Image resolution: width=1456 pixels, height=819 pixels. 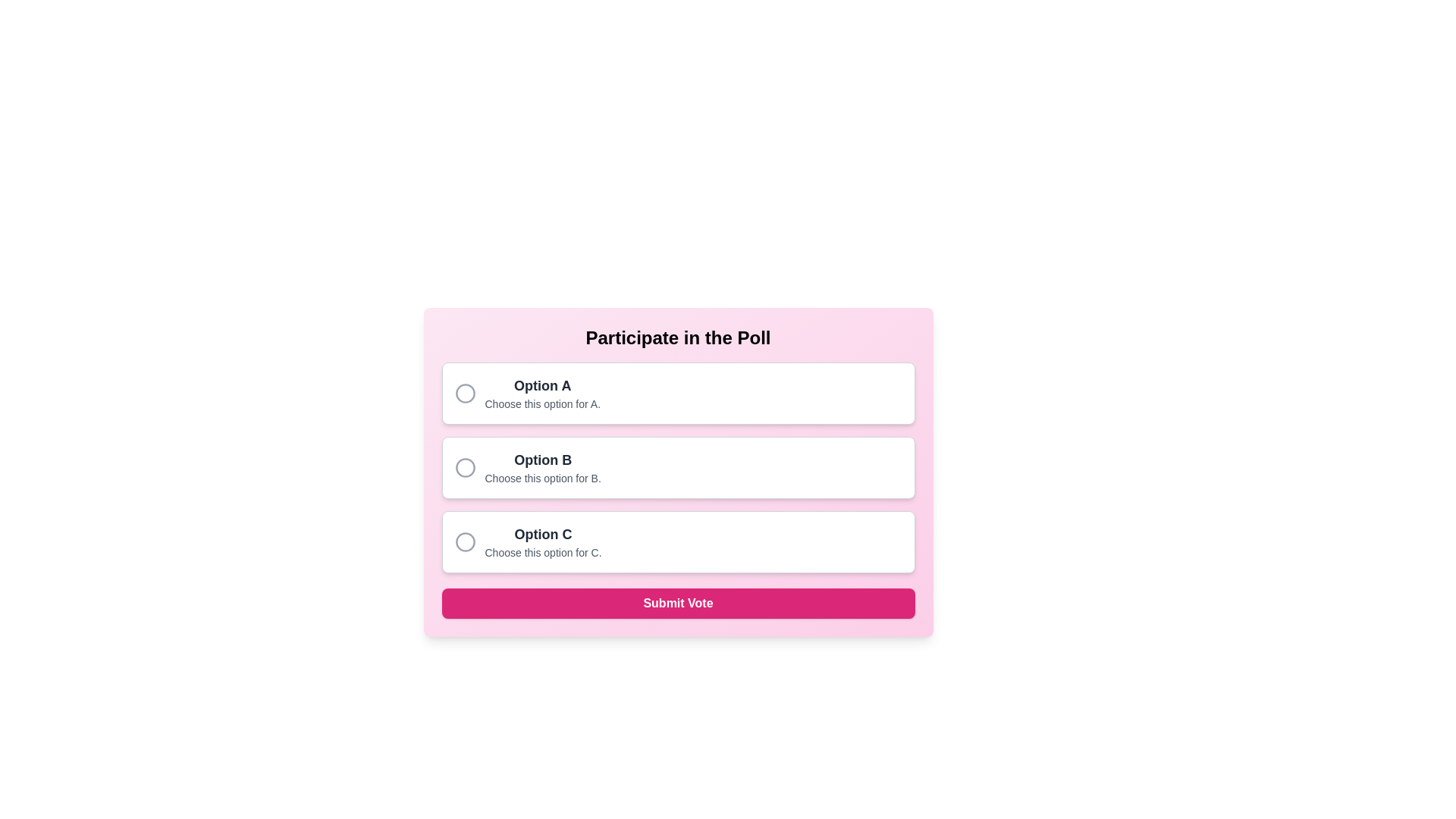 I want to click on the 'Option B' radio button element, which displays the title 'Option B' in bold and larger font, along with the subtitle 'Choose this option for B.' styled in shades of gray on a white background, so click(x=543, y=467).